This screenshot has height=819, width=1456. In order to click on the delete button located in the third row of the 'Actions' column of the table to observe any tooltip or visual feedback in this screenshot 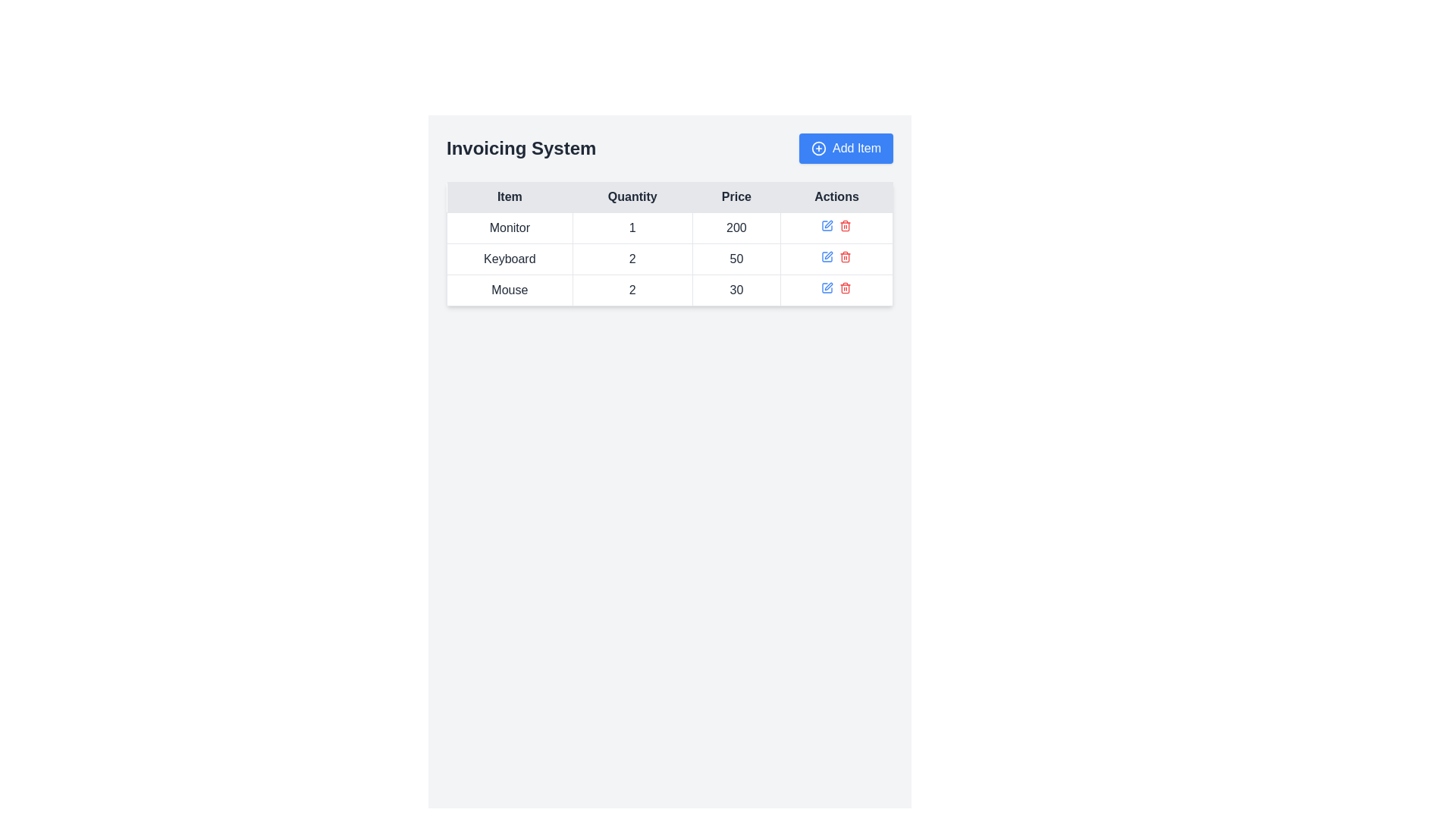, I will do `click(845, 256)`.